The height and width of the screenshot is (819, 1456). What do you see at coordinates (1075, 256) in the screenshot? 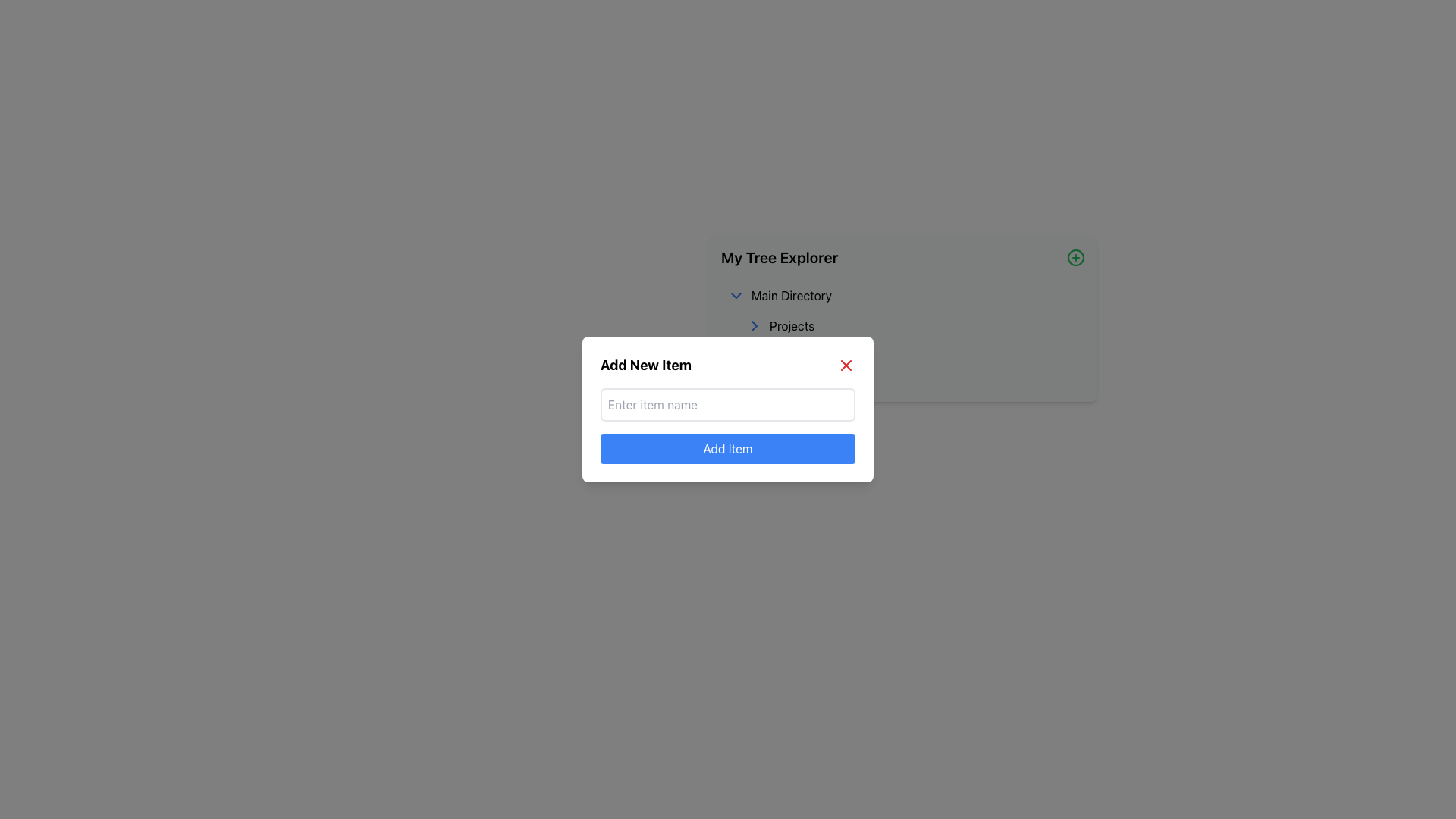
I see `the green circle button with a plus icon located at the top-right corner of the 'My Tree Explorer' section` at bounding box center [1075, 256].